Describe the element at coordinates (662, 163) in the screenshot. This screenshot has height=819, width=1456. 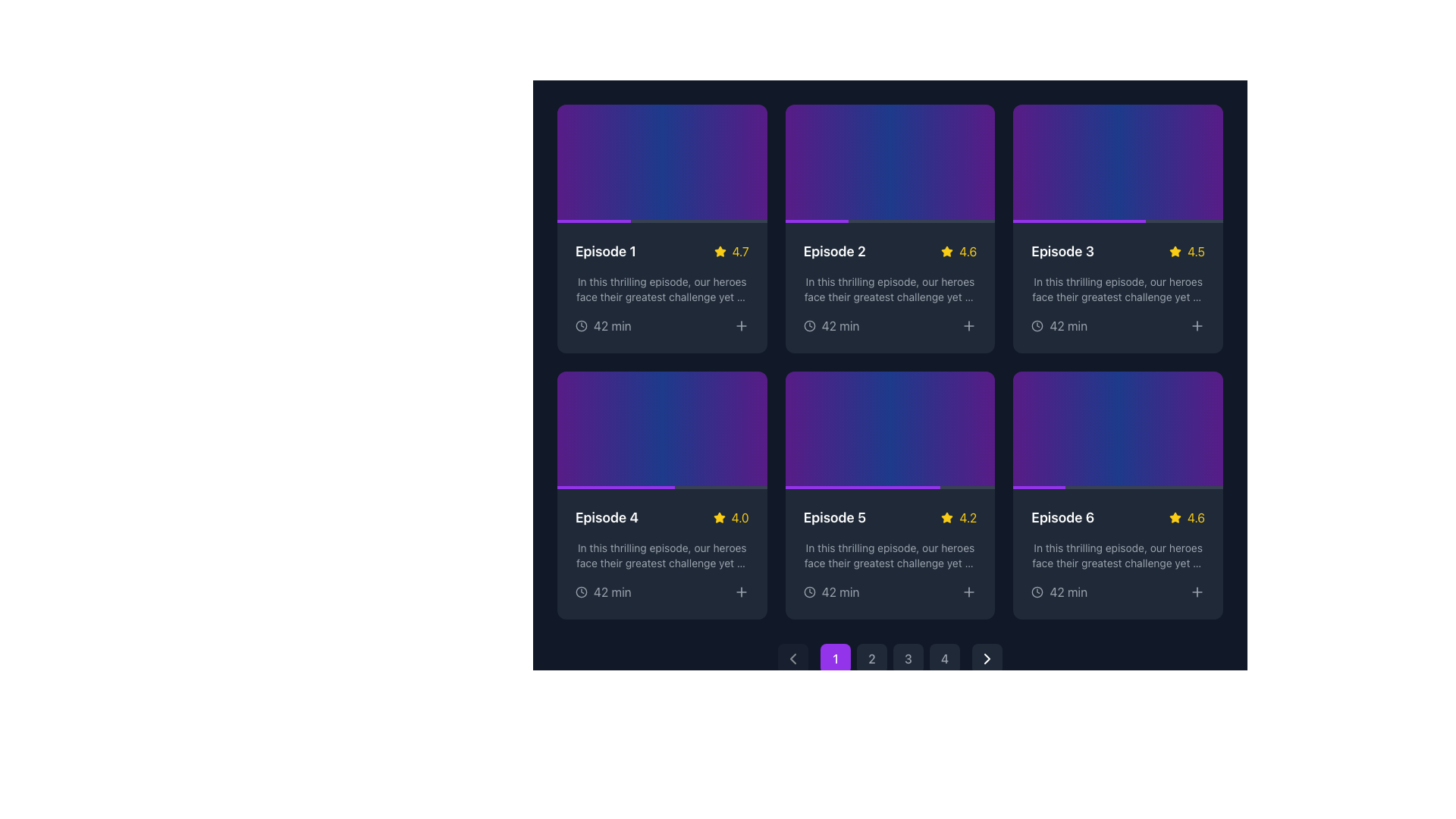
I see `the visual thumbnail area located at the top section of the first card in a 3x2 grid layout` at that location.